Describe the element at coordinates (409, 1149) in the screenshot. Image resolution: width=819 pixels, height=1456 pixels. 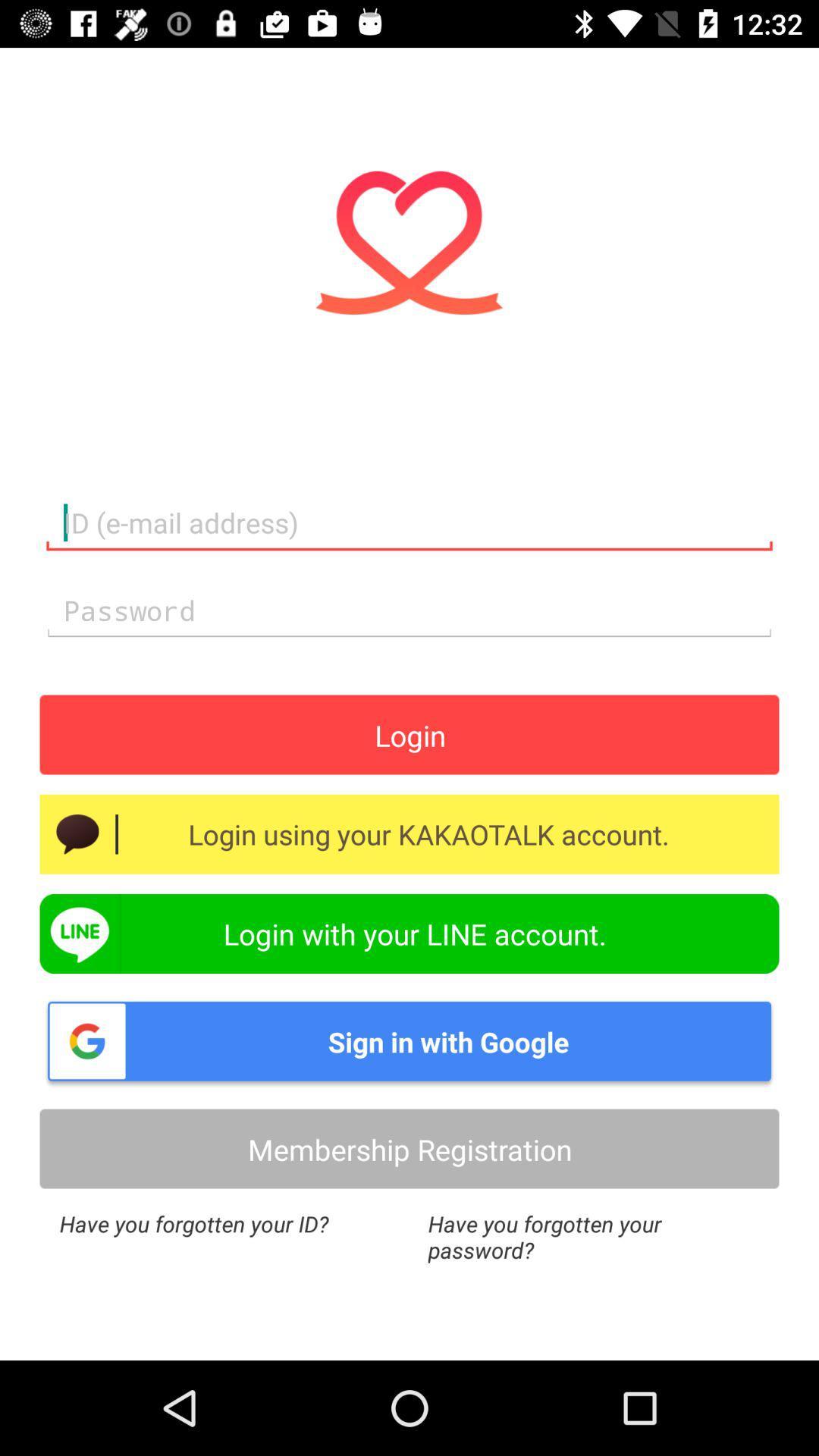
I see `membership registration` at that location.